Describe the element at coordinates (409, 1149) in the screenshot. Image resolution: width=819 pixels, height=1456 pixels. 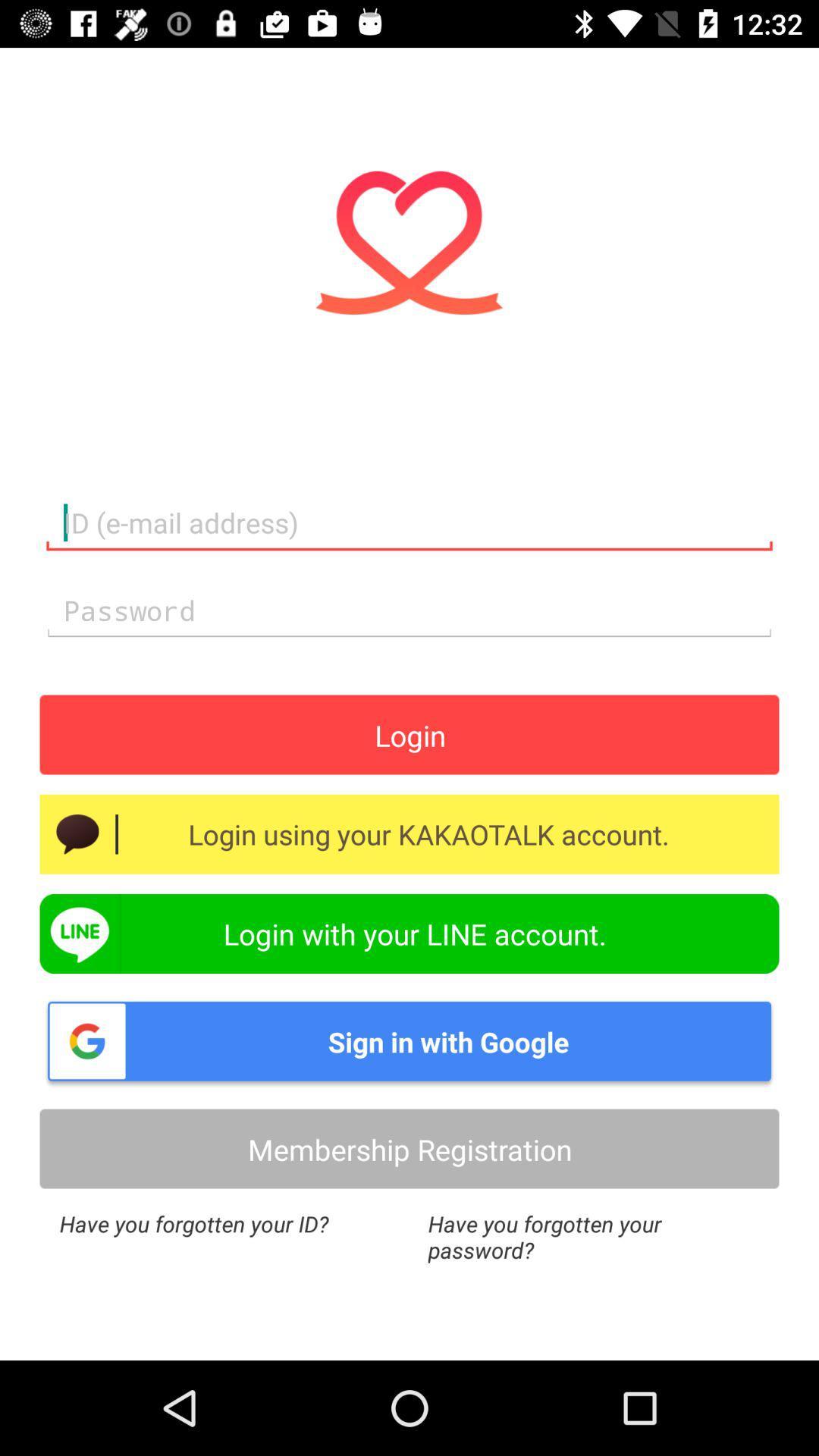
I see `membership registration` at that location.